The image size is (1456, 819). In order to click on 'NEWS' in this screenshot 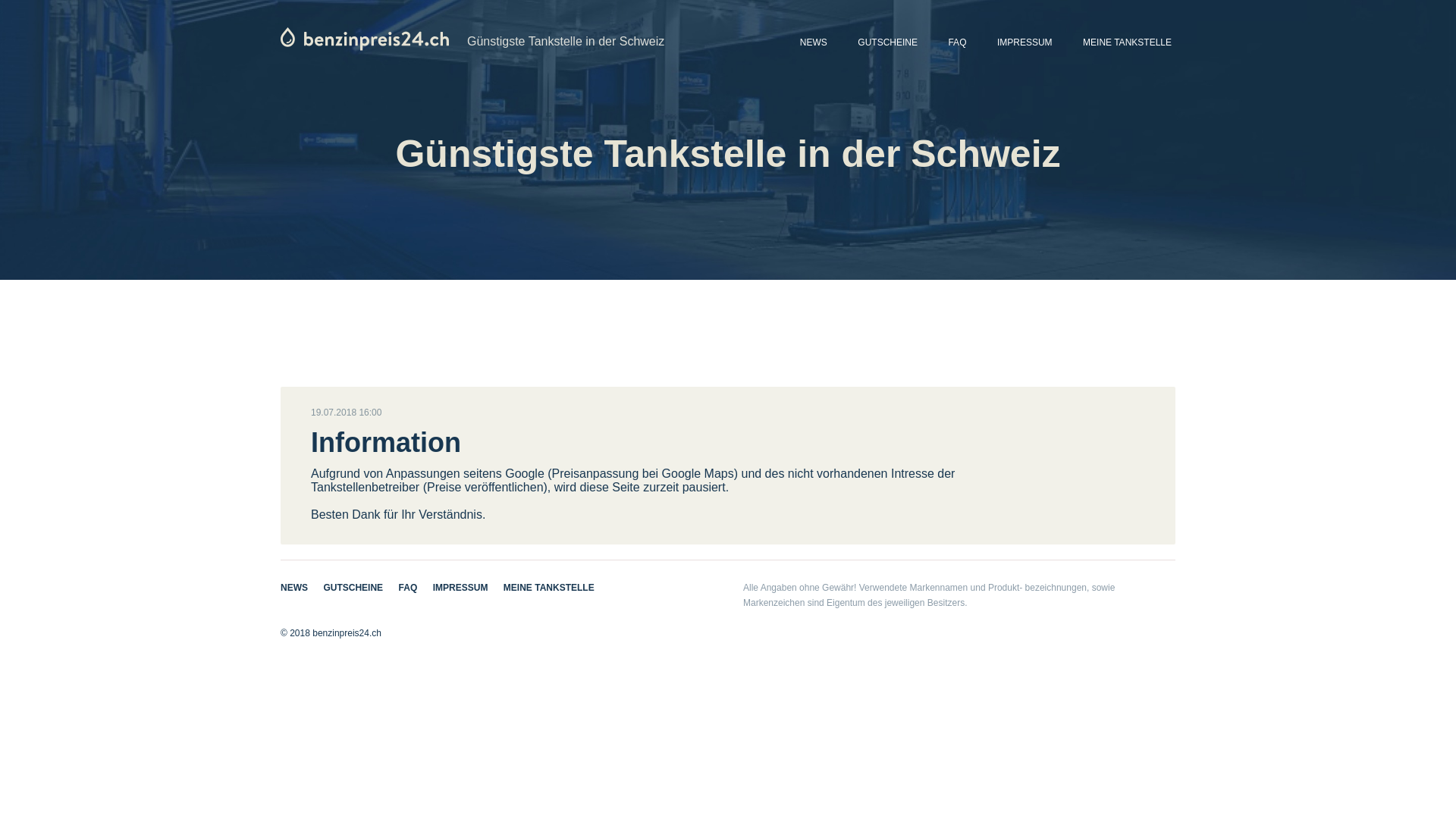, I will do `click(813, 42)`.